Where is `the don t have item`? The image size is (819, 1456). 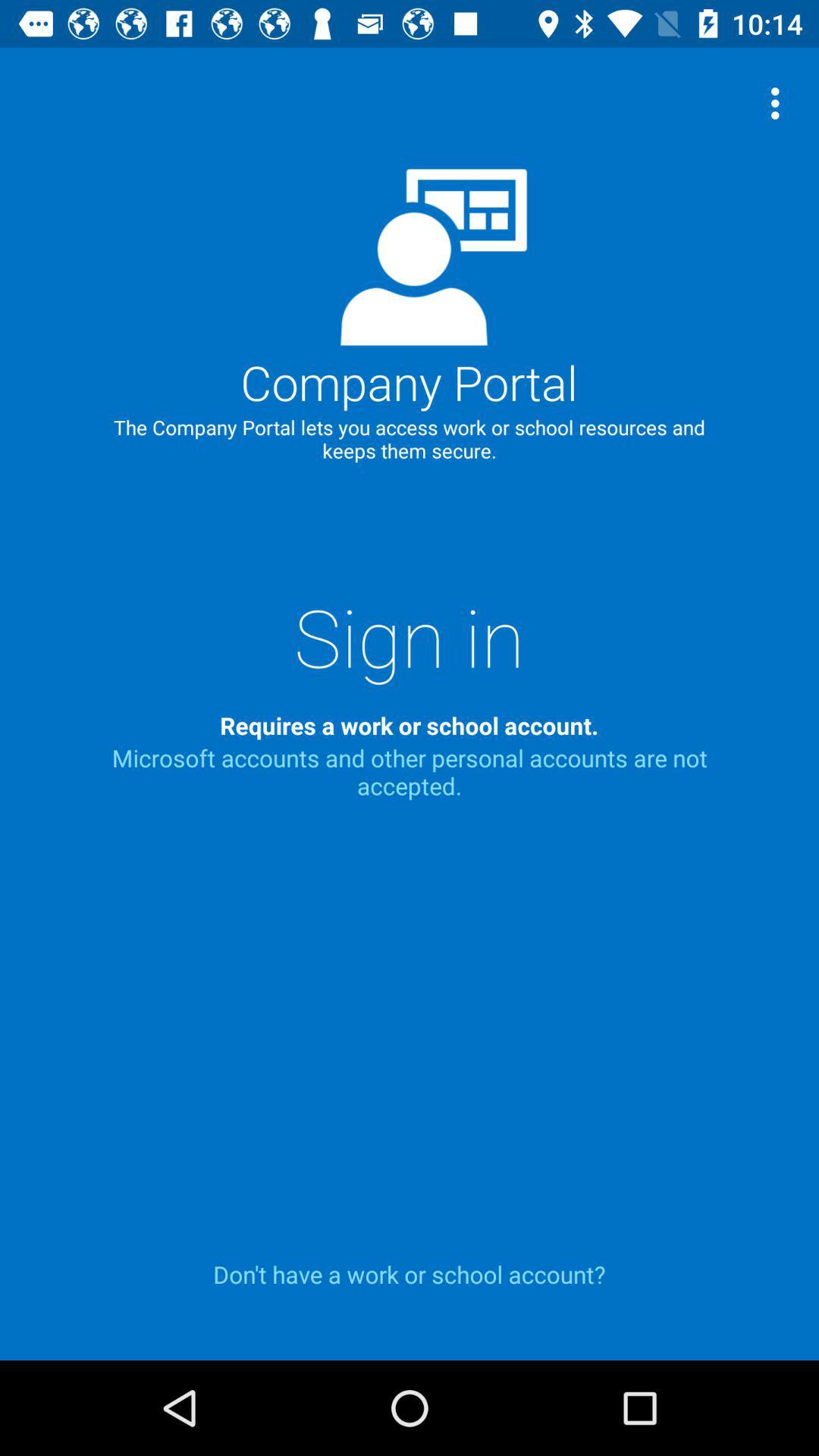 the don t have item is located at coordinates (409, 1274).